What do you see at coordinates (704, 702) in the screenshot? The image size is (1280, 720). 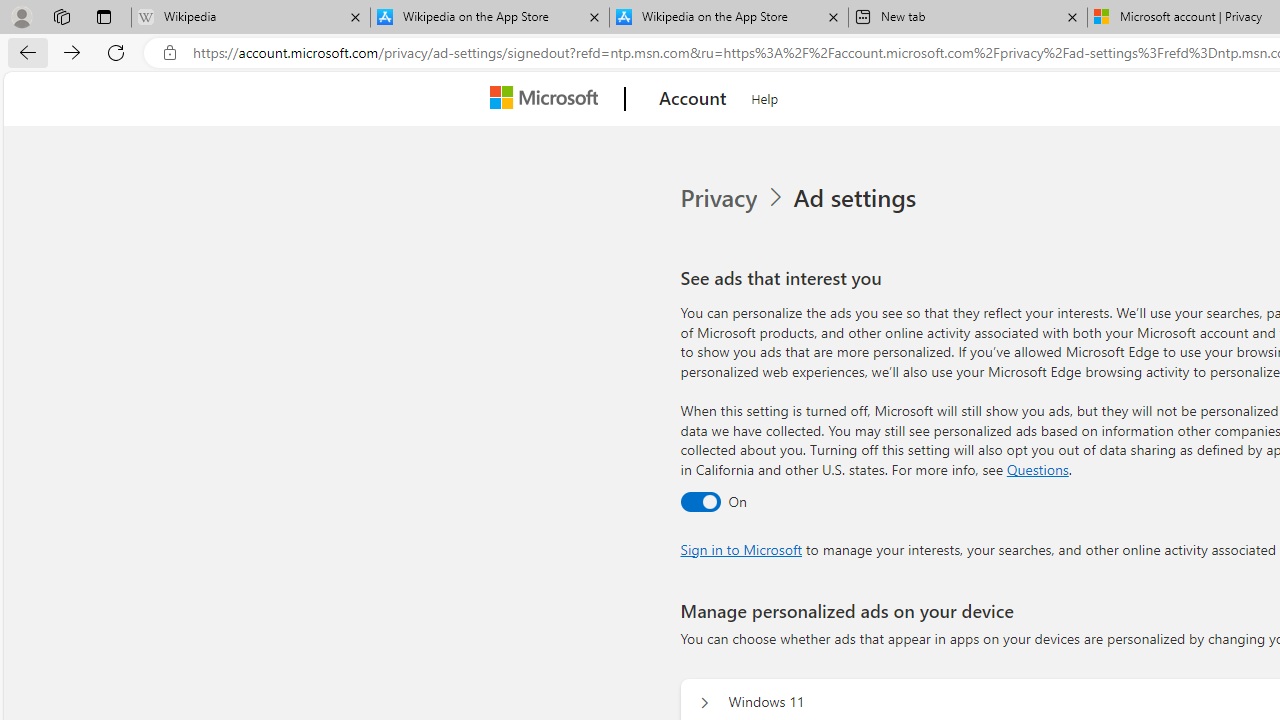 I see `'Manage personalized ads on your device Windows 11'` at bounding box center [704, 702].